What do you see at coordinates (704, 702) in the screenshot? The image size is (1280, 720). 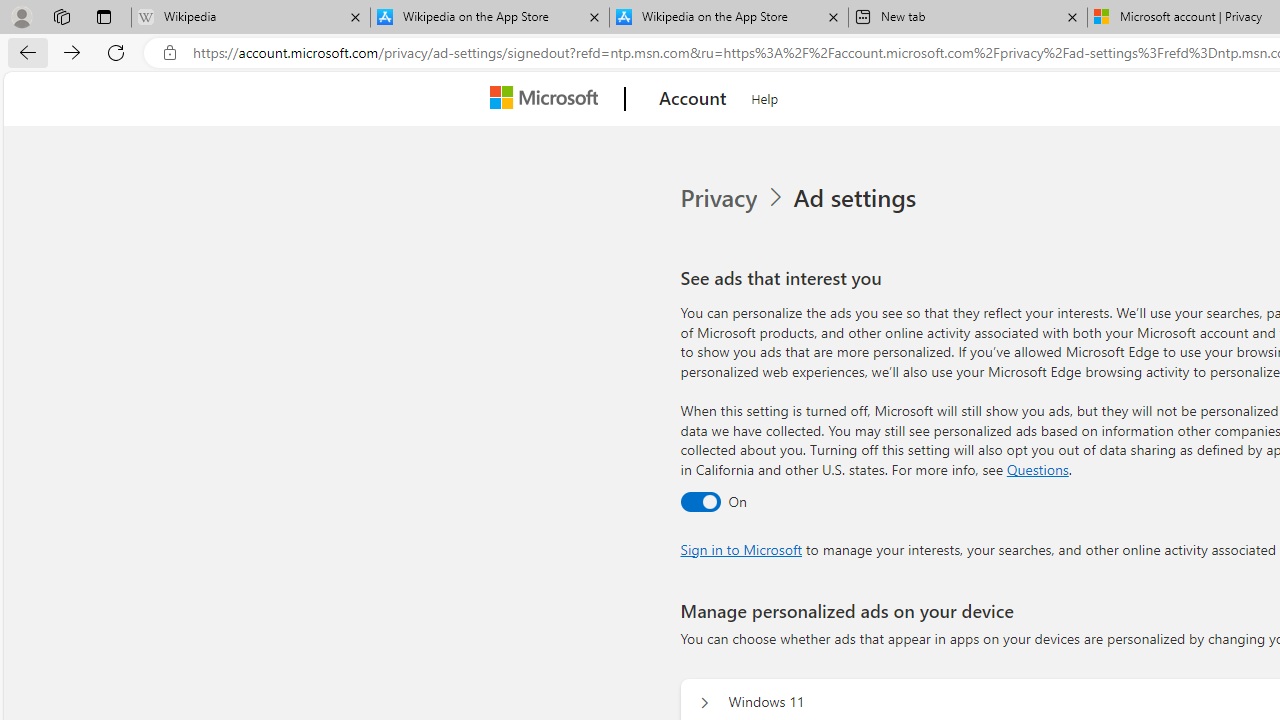 I see `'Manage personalized ads on your device Windows 11'` at bounding box center [704, 702].